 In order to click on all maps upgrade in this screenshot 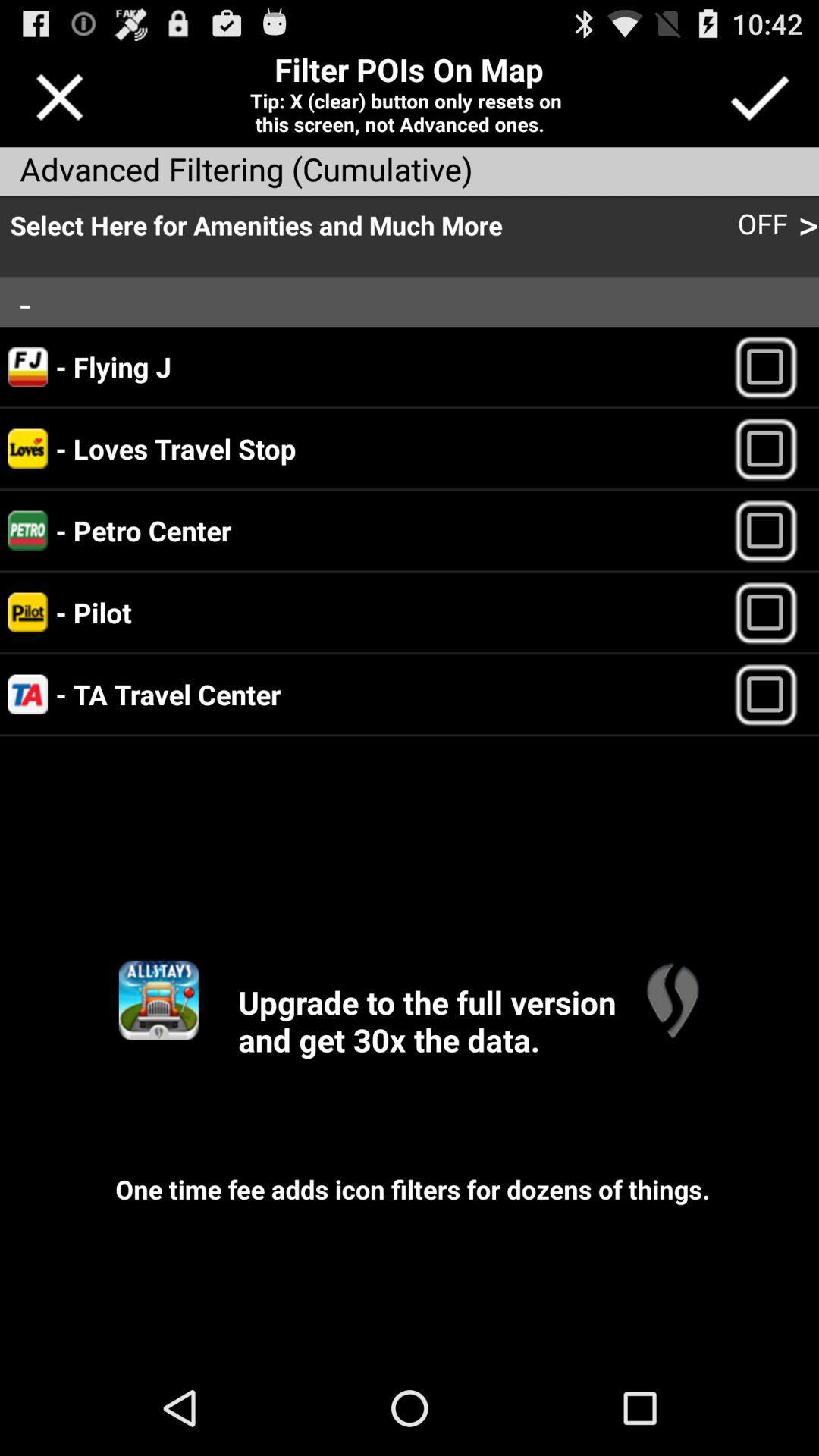, I will do `click(158, 1000)`.